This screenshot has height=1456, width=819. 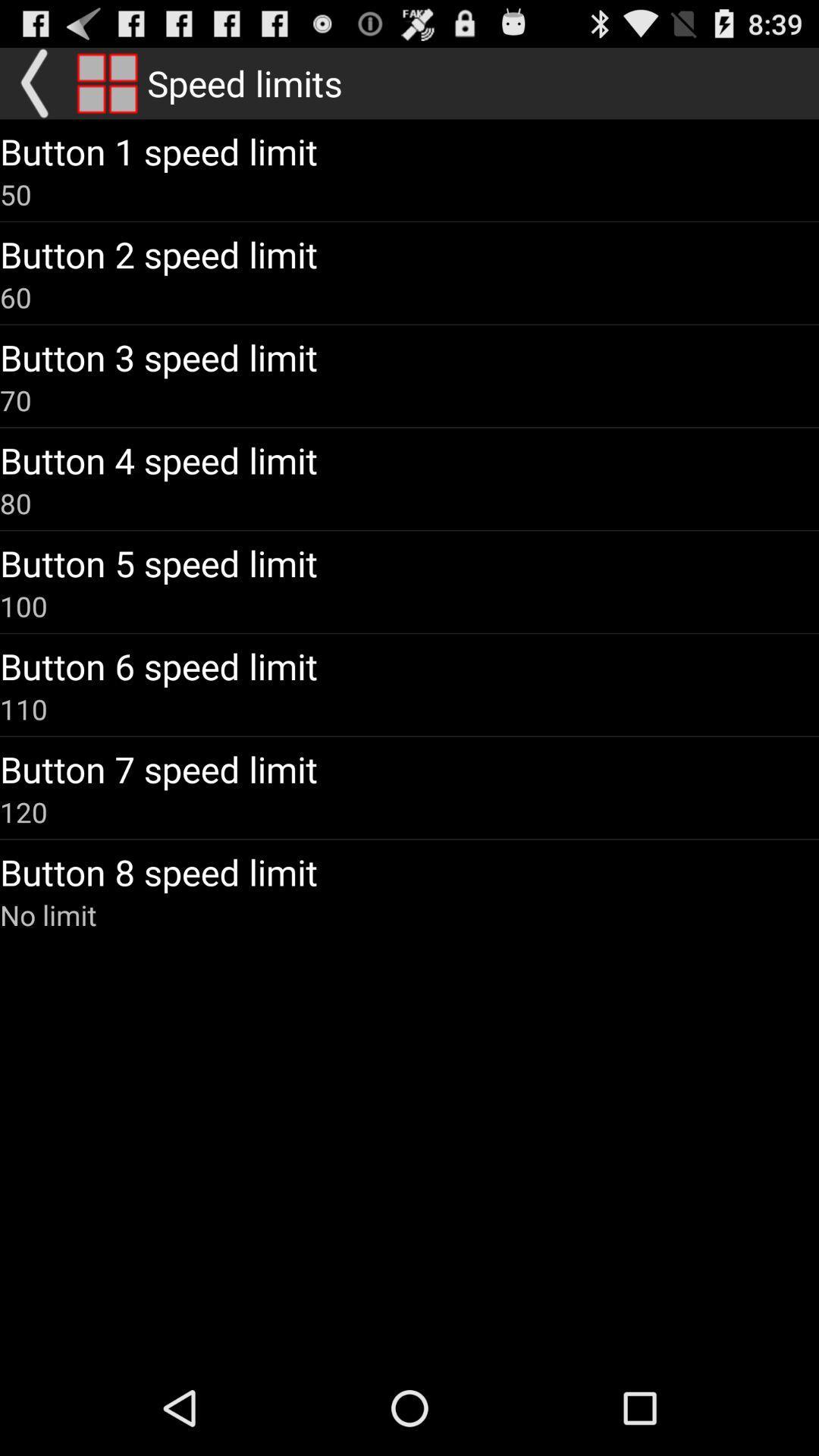 What do you see at coordinates (24, 605) in the screenshot?
I see `the 100` at bounding box center [24, 605].